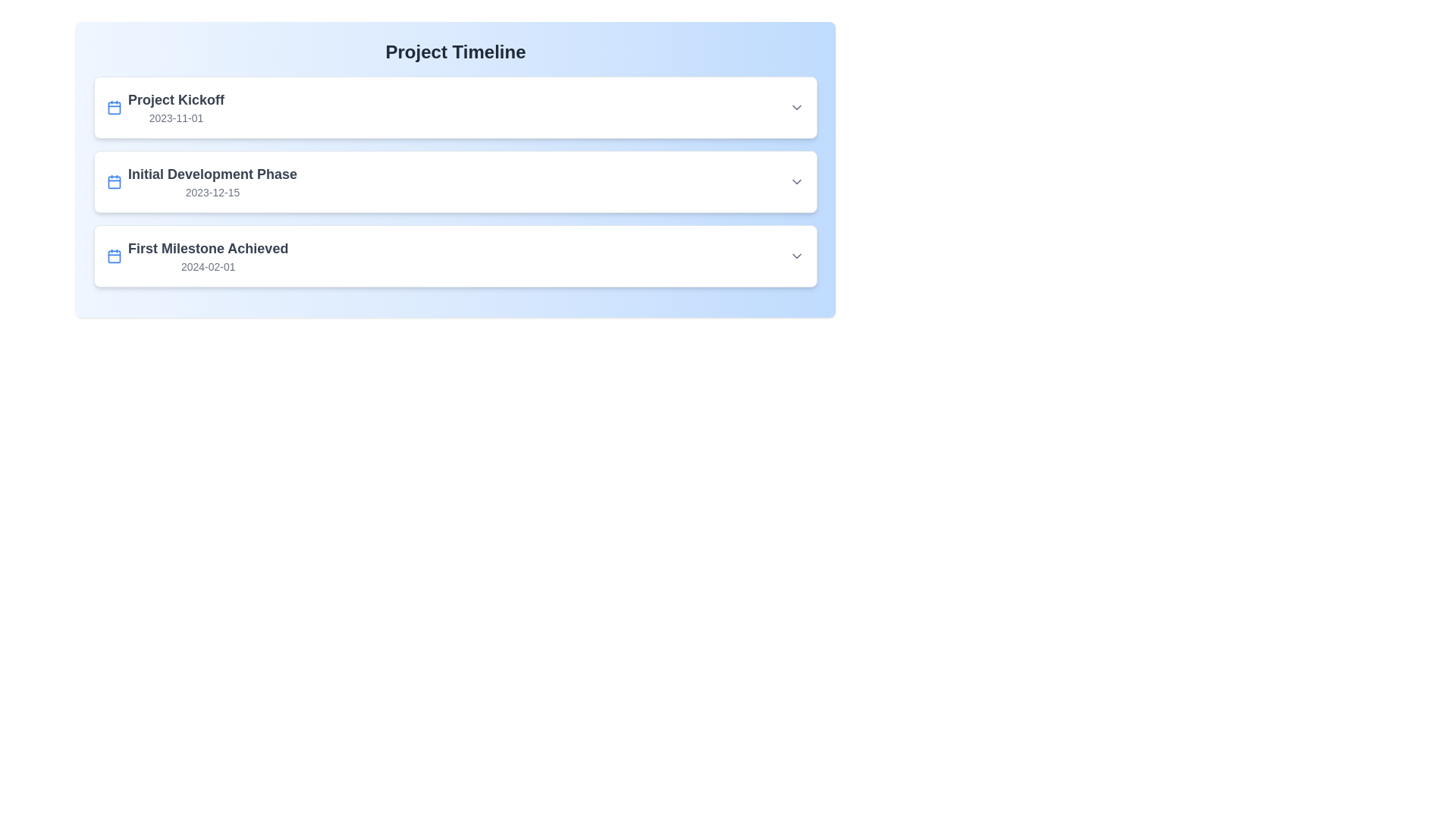  What do you see at coordinates (113, 180) in the screenshot?
I see `calendar icon with a blue outline located next to the text 'Initial Development Phase' and above the date '2023-12-15' in the 'Project Timeline' section` at bounding box center [113, 180].